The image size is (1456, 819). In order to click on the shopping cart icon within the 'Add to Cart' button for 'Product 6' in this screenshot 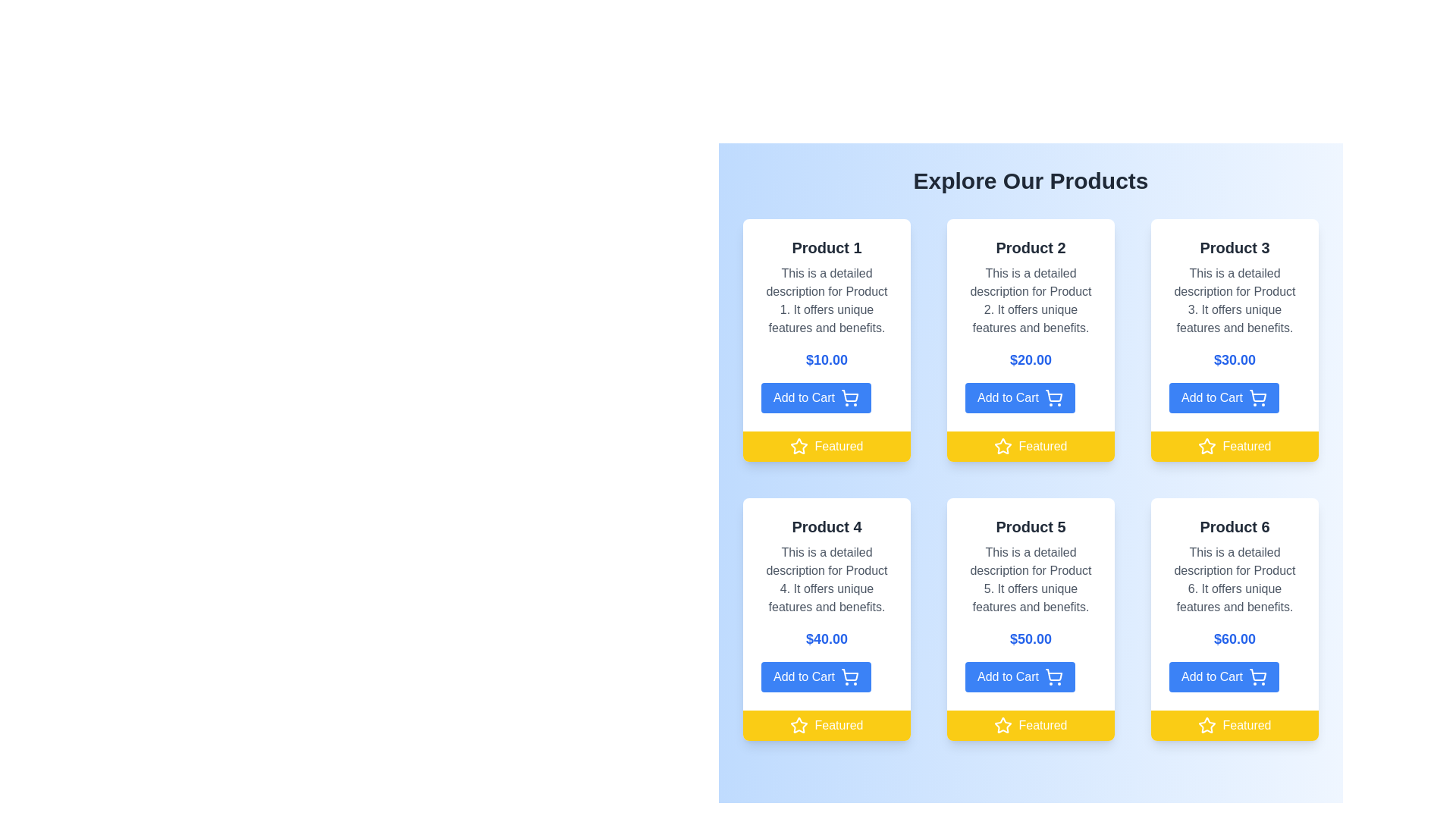, I will do `click(1257, 676)`.